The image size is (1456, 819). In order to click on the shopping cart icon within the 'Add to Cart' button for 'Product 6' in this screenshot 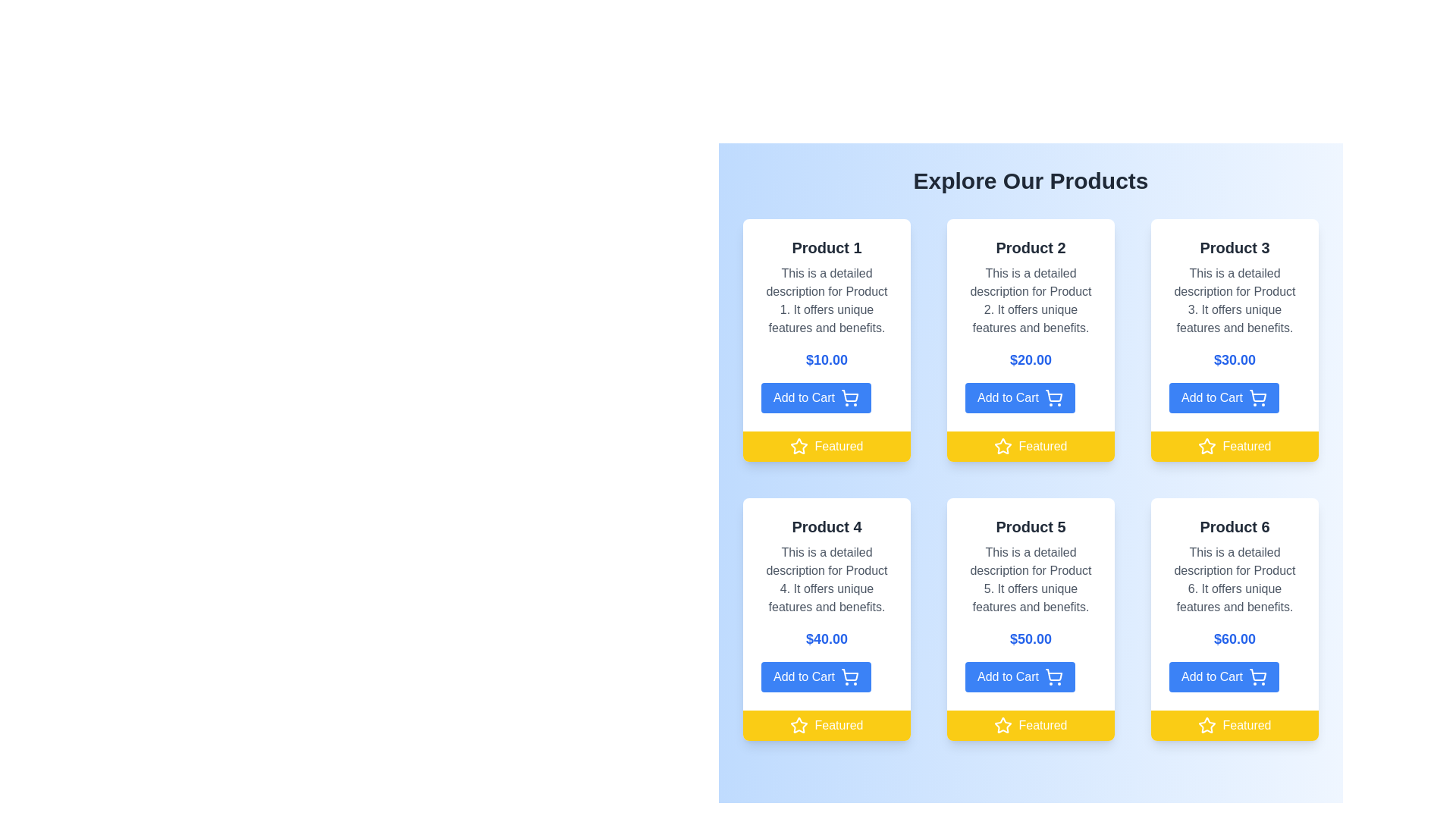, I will do `click(1257, 676)`.